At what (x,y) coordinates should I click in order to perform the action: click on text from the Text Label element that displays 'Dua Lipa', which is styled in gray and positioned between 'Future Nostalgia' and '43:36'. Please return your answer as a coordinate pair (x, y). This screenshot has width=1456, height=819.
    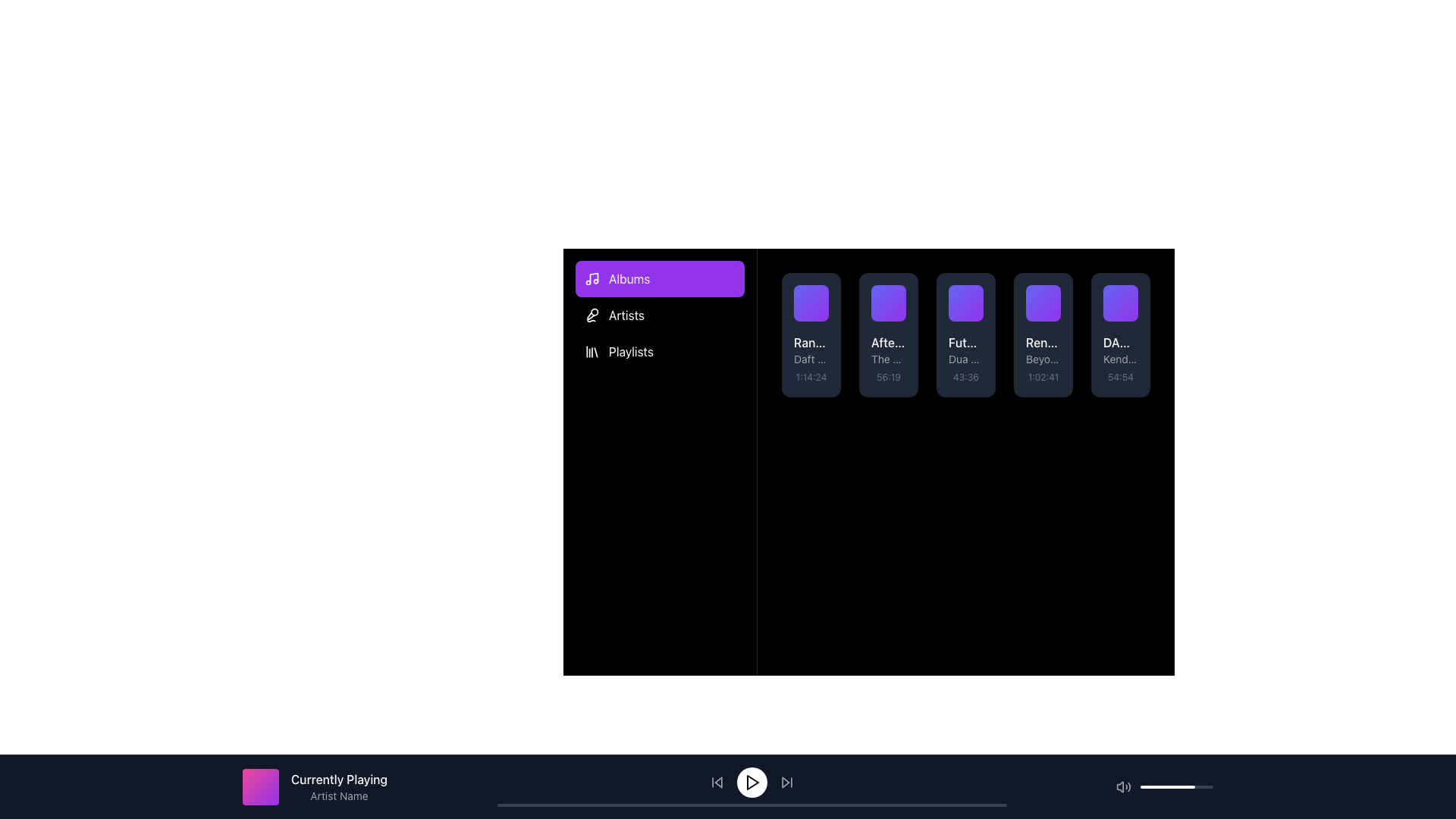
    Looking at the image, I should click on (965, 359).